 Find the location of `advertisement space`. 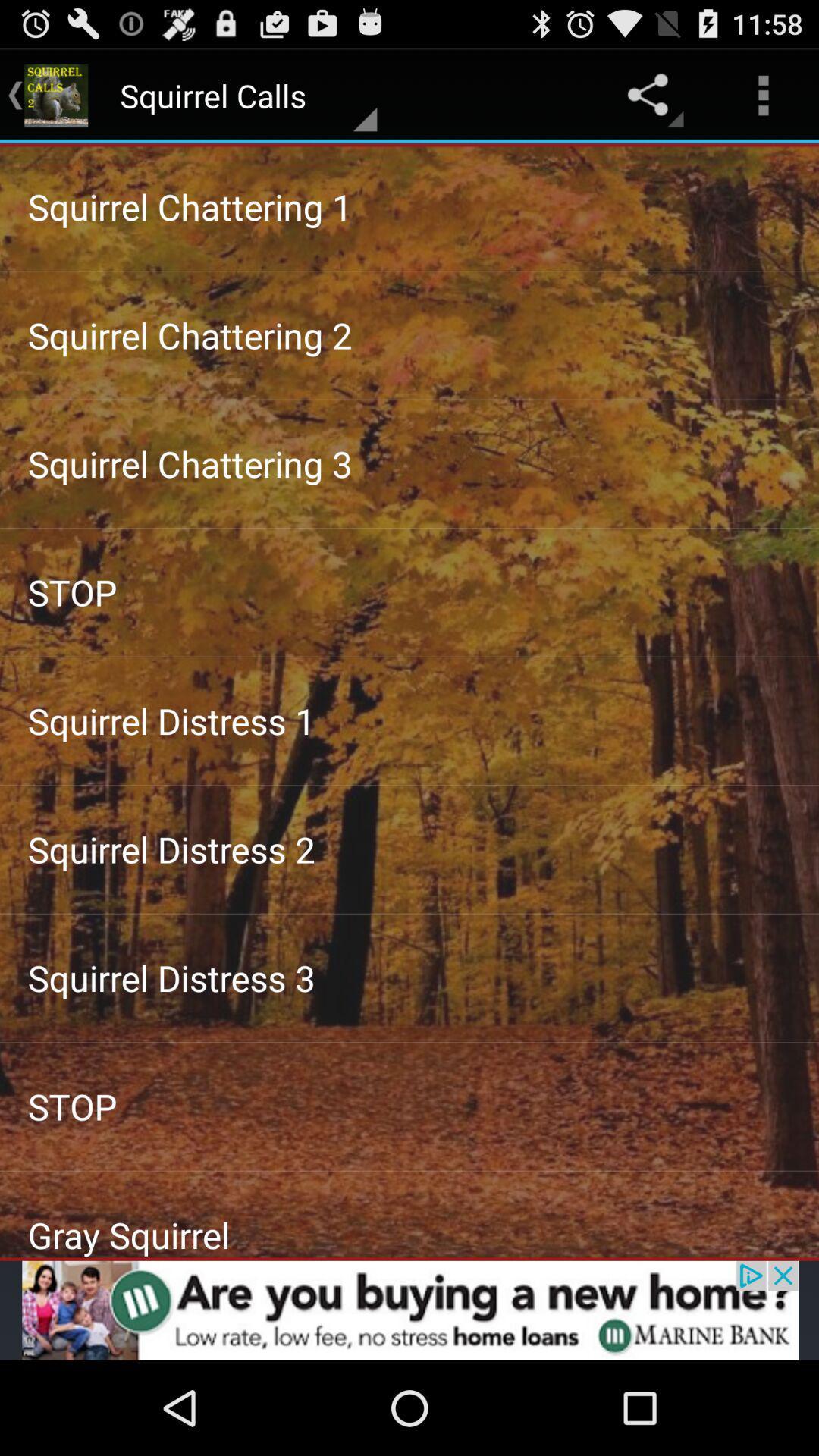

advertisement space is located at coordinates (409, 1310).